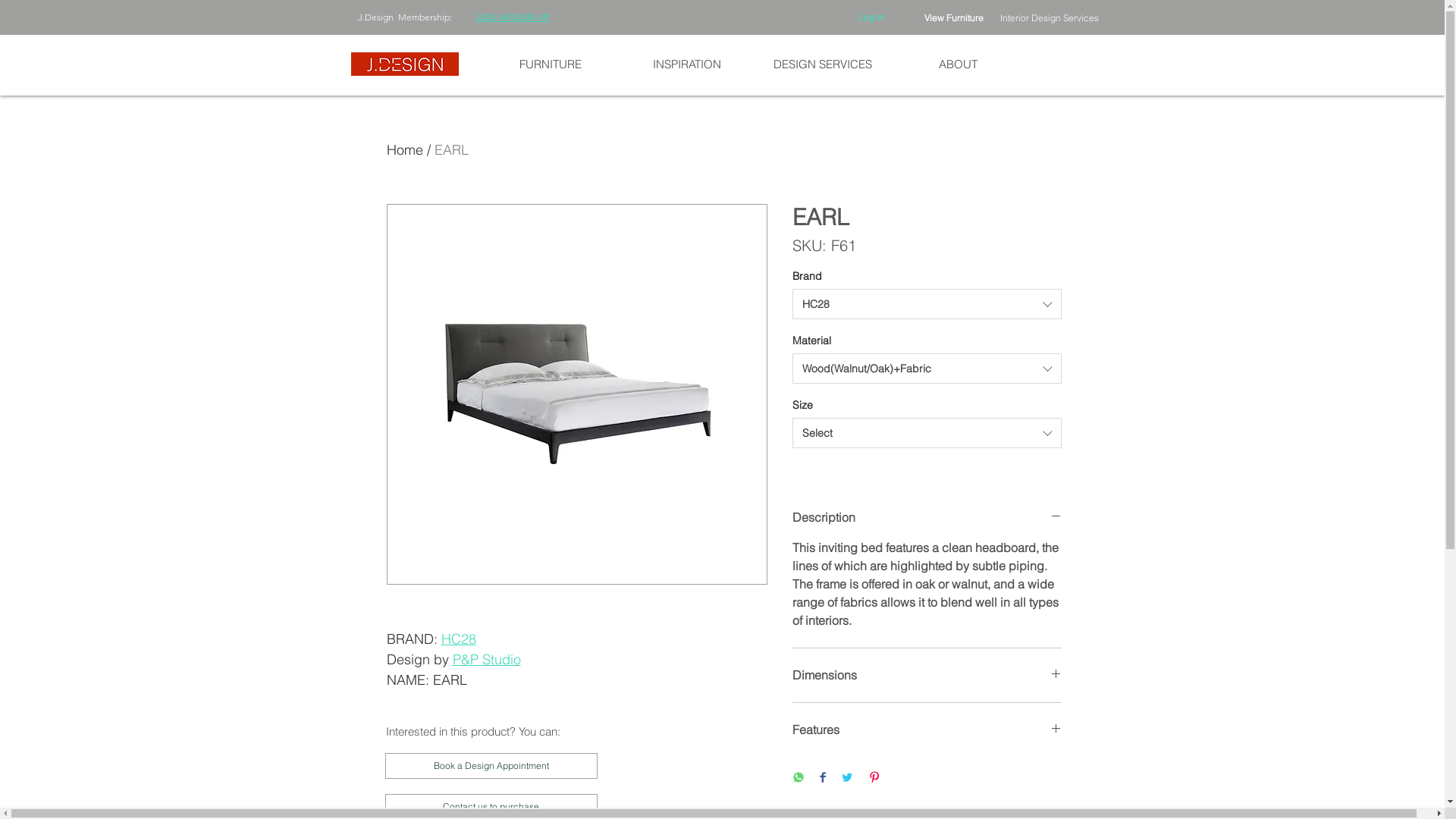 Image resolution: width=1456 pixels, height=819 pixels. I want to click on 'DESIGN SERVICES', so click(821, 63).